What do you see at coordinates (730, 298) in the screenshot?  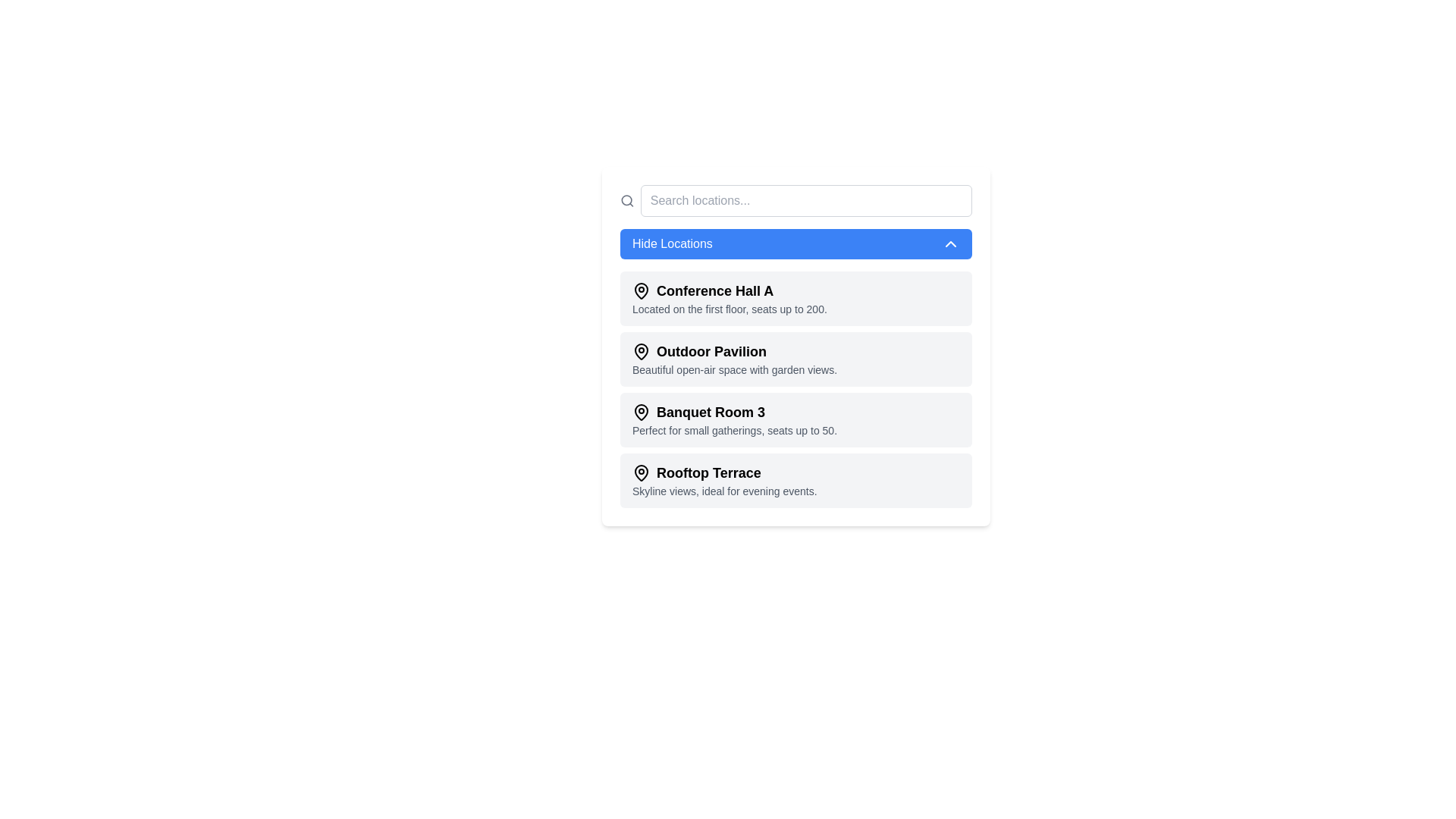 I see `the first list item displaying 'Conference Hall A Located on the first floor, seats up to 200.' which includes a map pin icon` at bounding box center [730, 298].